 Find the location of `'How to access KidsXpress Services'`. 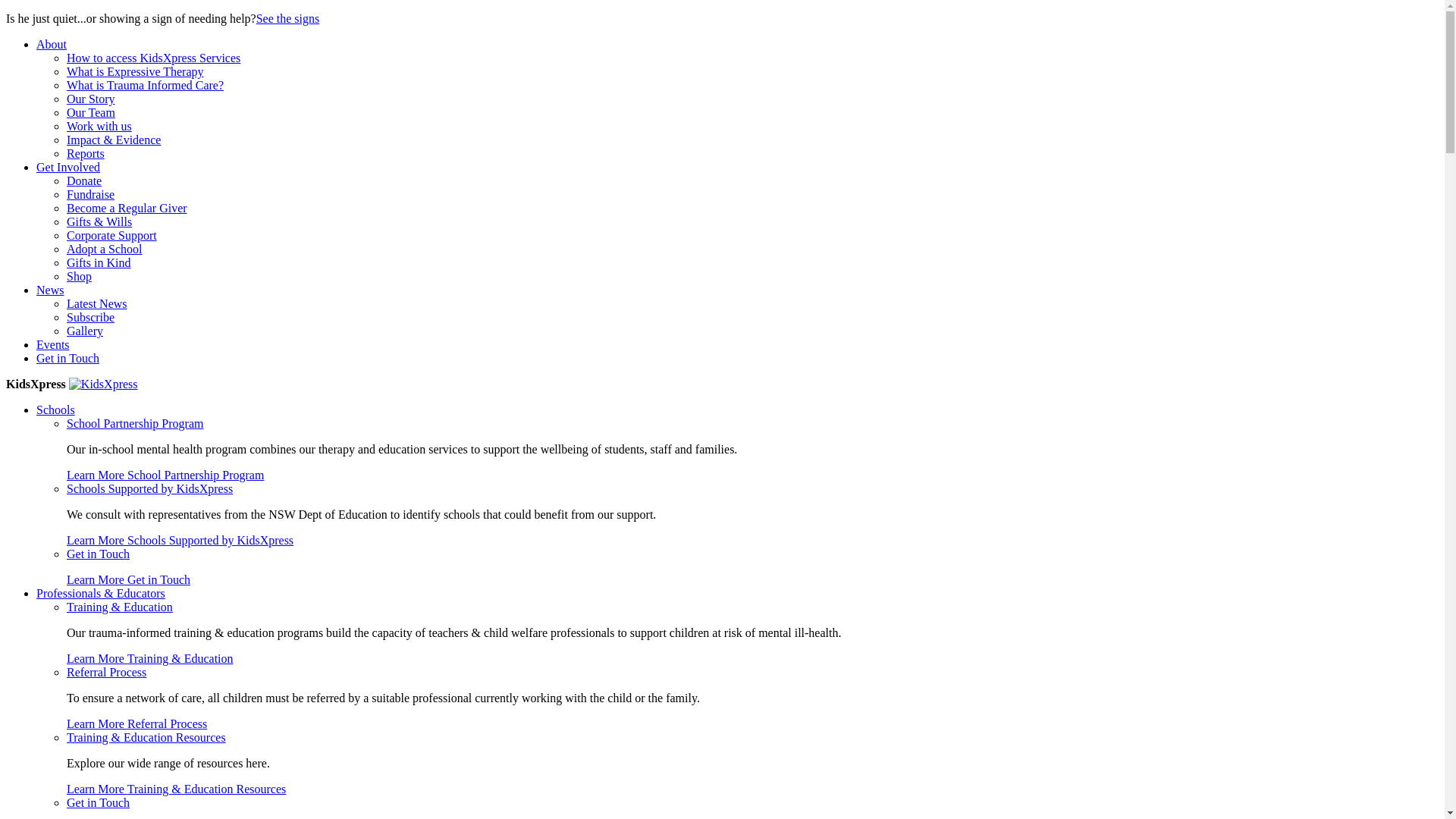

'How to access KidsXpress Services' is located at coordinates (65, 57).